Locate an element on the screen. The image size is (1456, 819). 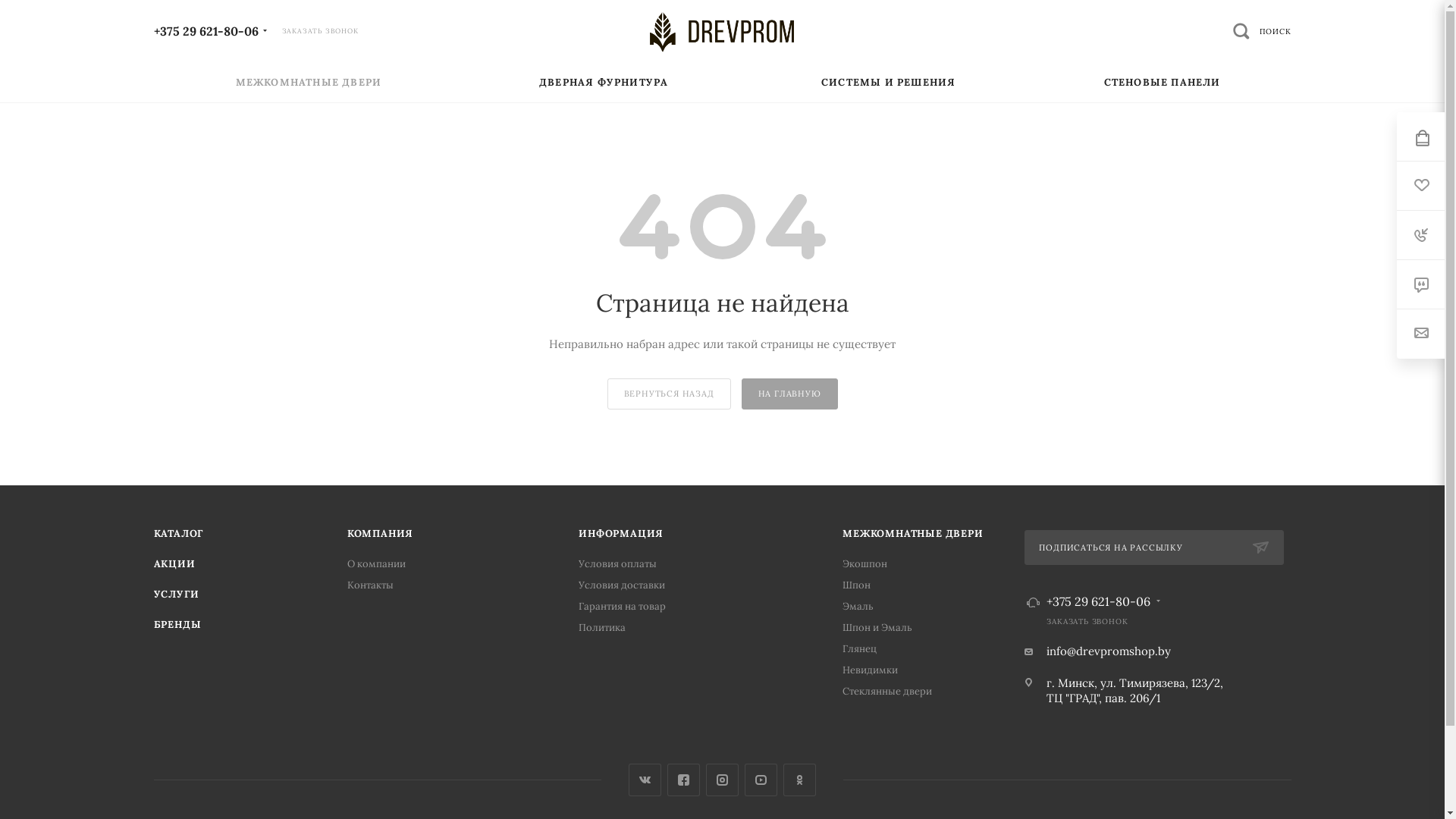
'DREVPROM' is located at coordinates (720, 32).